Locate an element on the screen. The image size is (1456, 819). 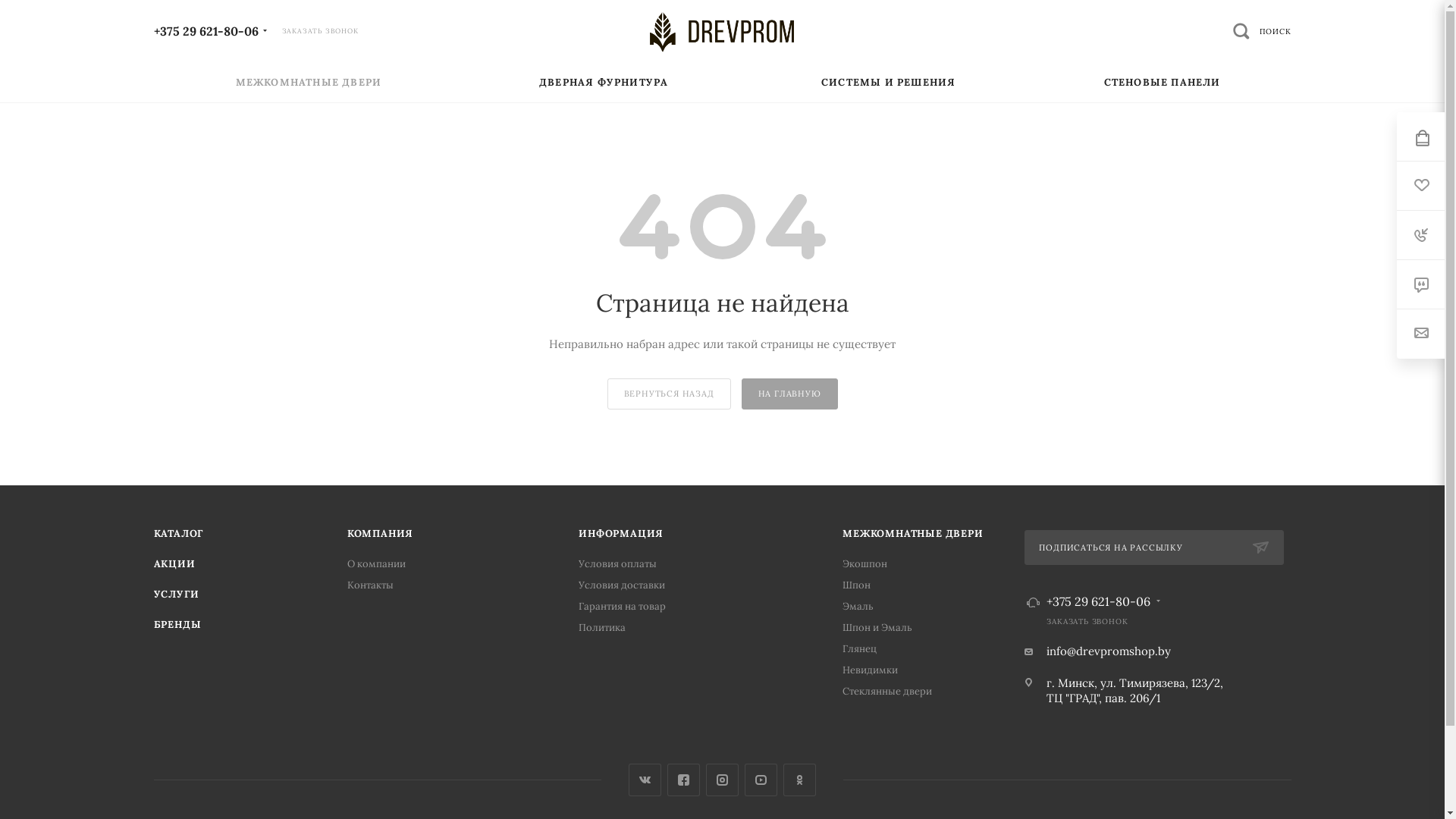
'DREVPROM' is located at coordinates (720, 32).